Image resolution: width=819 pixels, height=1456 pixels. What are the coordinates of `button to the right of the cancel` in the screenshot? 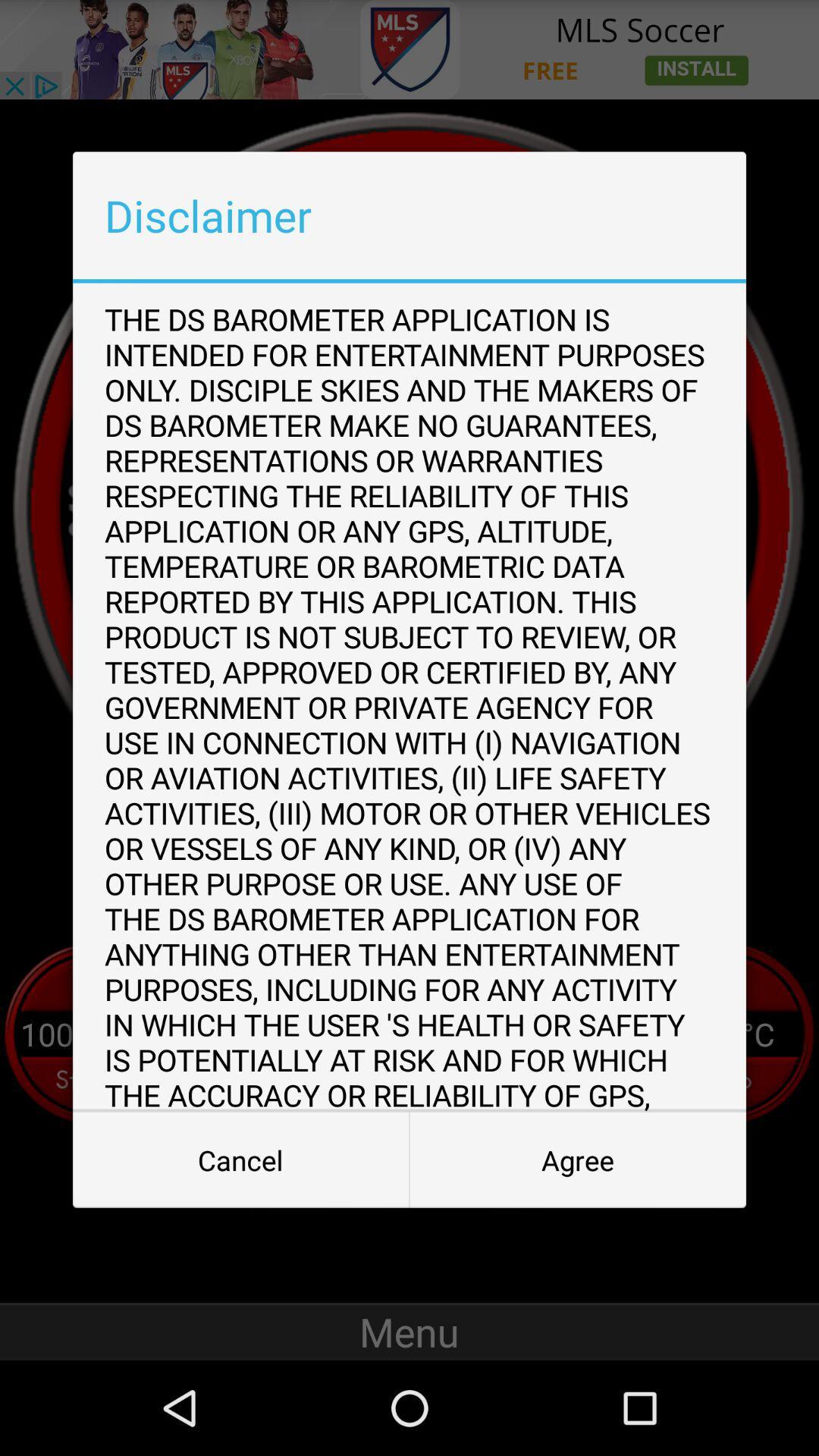 It's located at (578, 1159).